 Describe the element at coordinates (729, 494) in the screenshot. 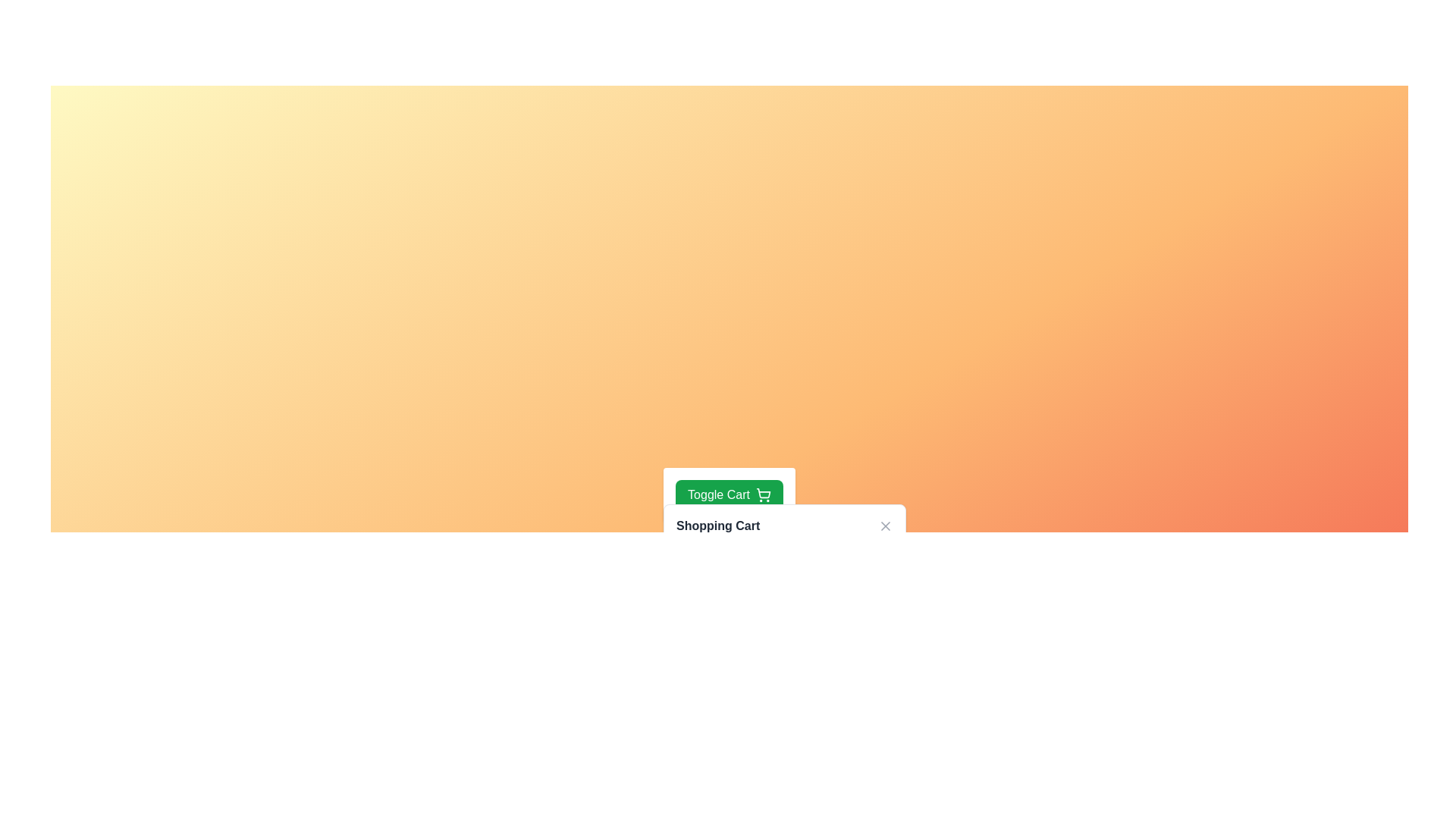

I see `the 'Toggle Cart' button with a green background and white text to observe its hover effects` at that location.